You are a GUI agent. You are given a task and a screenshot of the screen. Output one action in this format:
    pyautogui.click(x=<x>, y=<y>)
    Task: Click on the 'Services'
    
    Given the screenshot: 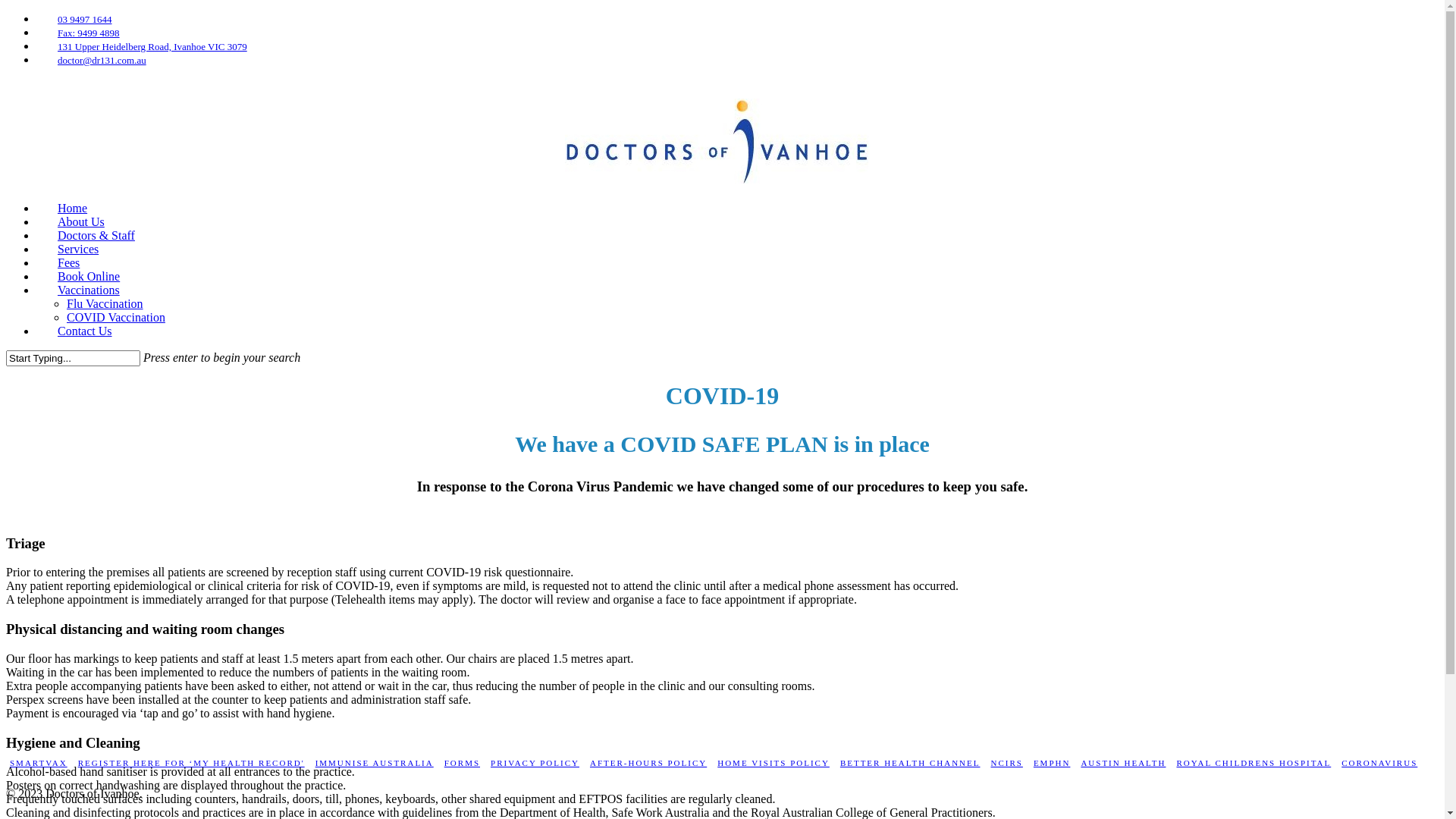 What is the action you would take?
    pyautogui.click(x=77, y=248)
    